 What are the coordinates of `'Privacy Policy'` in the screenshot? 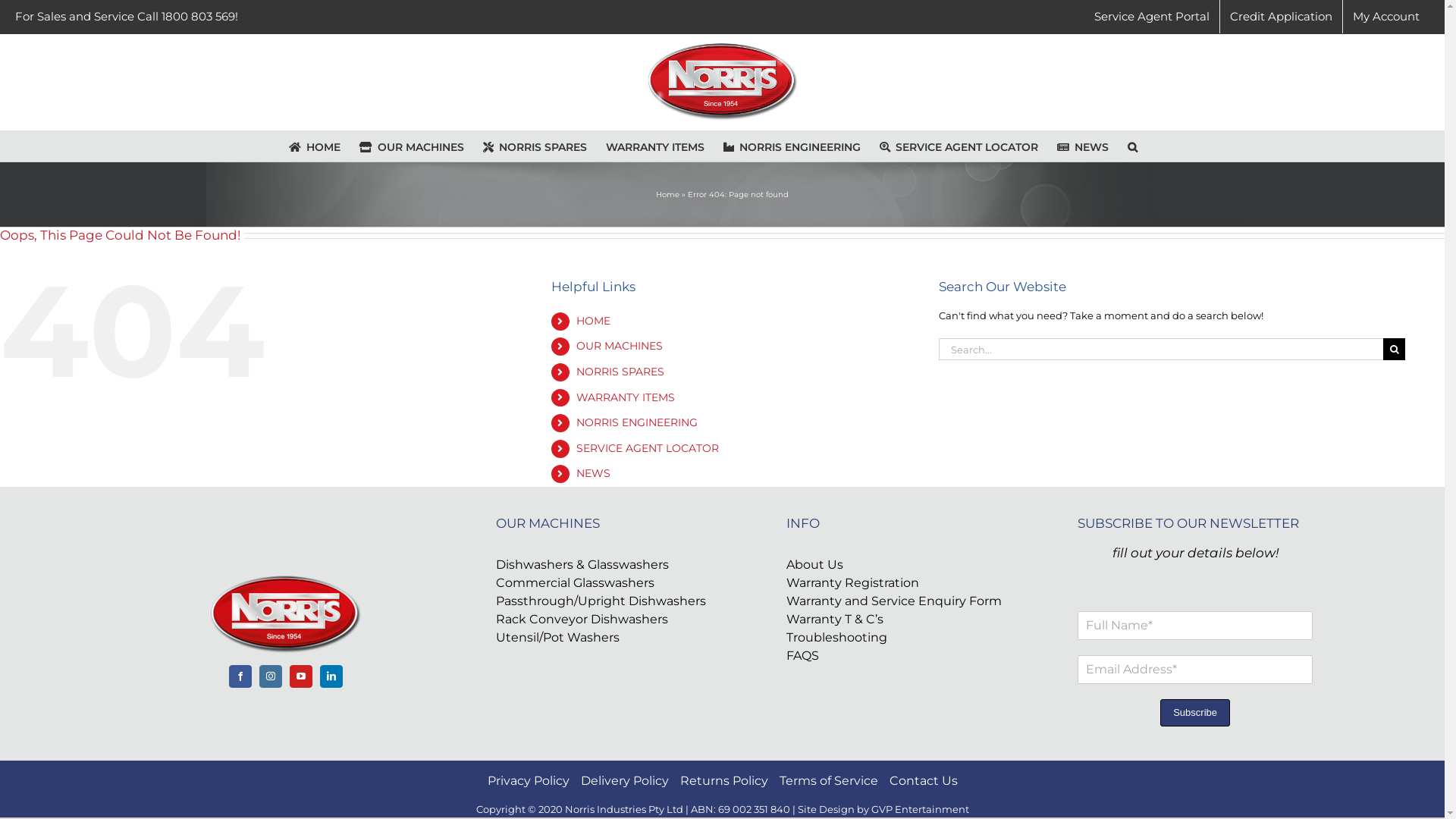 It's located at (528, 780).